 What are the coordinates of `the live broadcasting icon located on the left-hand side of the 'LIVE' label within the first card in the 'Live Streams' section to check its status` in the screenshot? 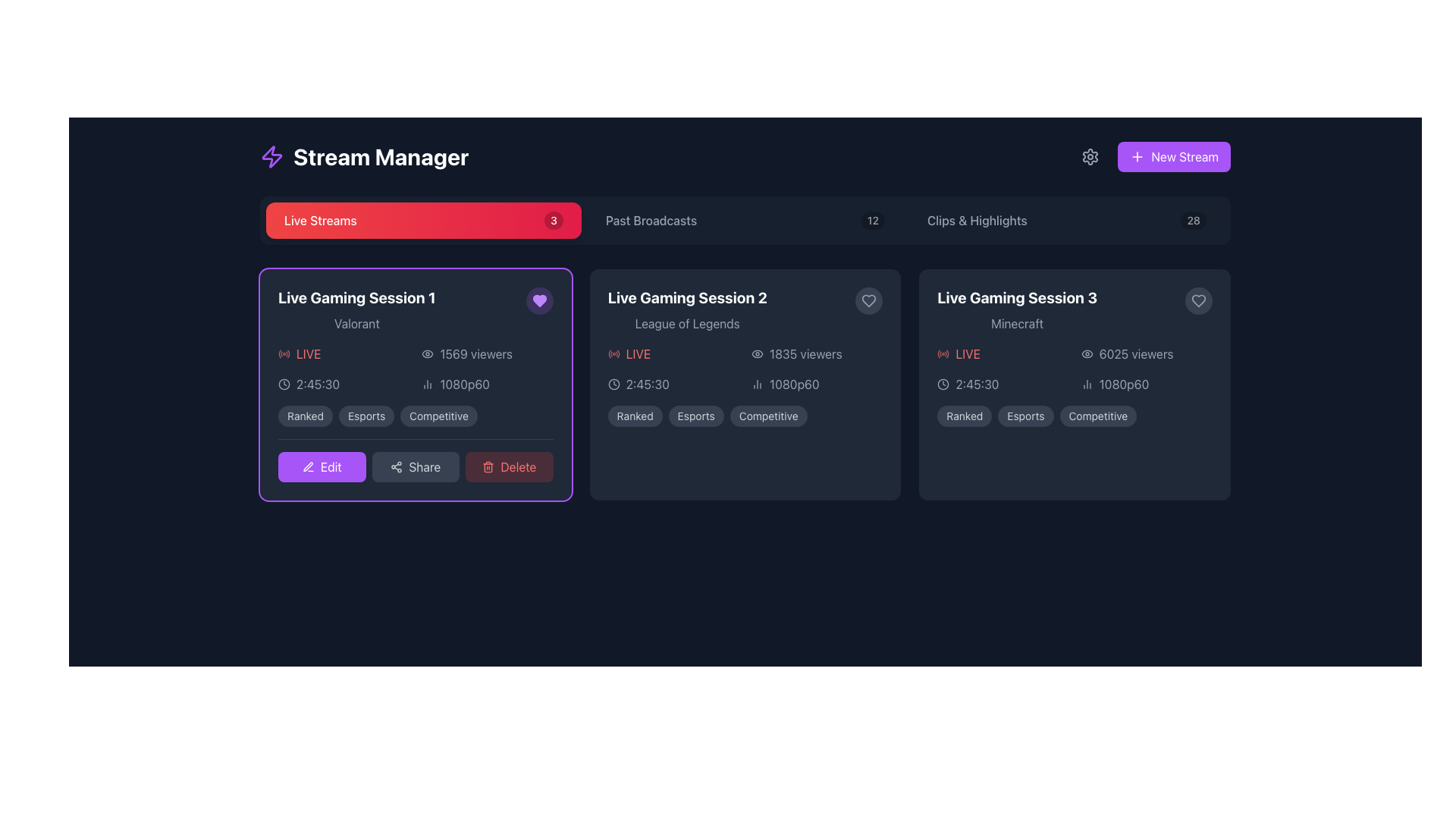 It's located at (284, 353).